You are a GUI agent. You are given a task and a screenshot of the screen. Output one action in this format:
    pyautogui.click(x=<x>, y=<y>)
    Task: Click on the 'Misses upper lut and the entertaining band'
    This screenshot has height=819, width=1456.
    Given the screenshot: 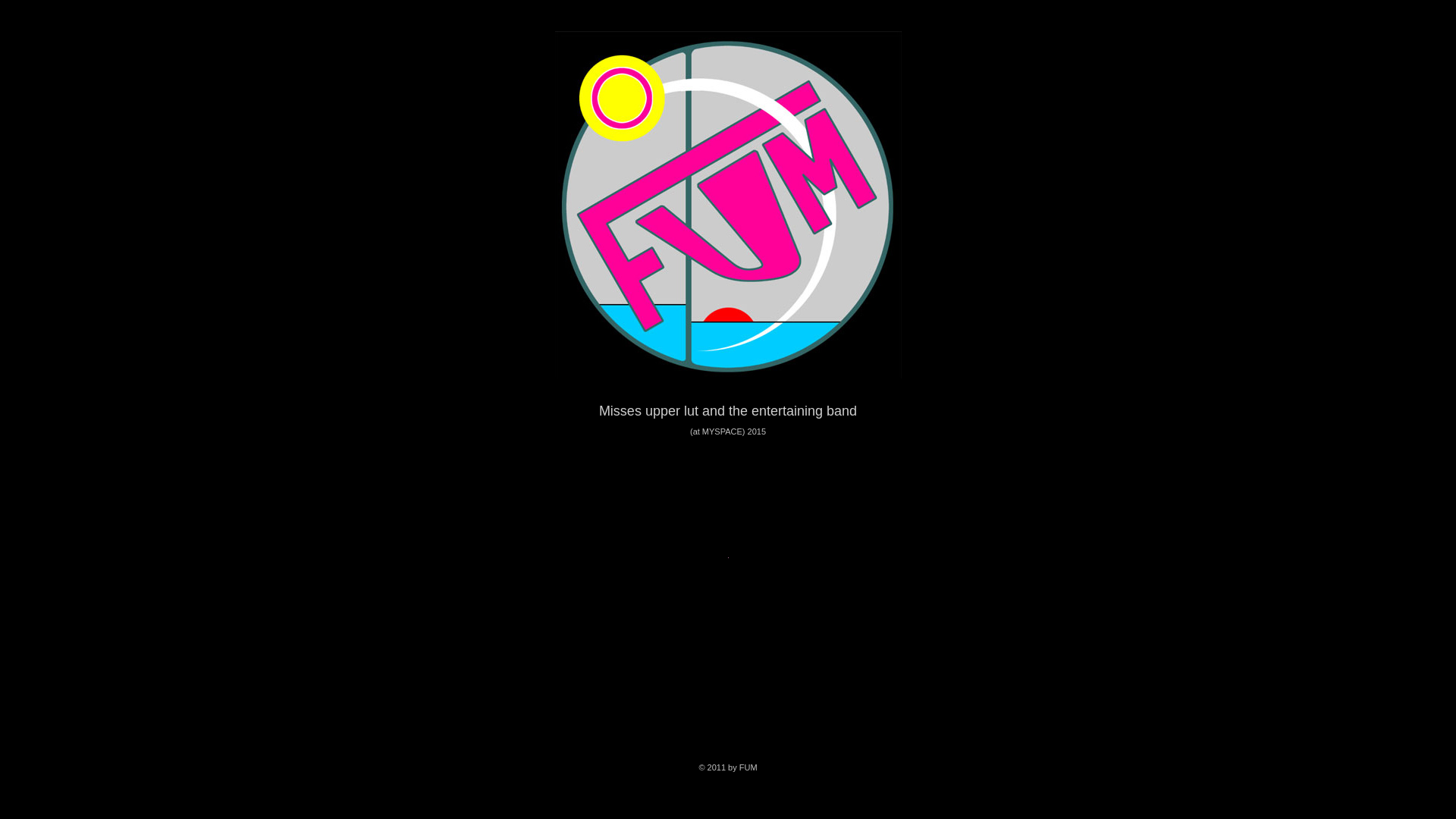 What is the action you would take?
    pyautogui.click(x=728, y=409)
    